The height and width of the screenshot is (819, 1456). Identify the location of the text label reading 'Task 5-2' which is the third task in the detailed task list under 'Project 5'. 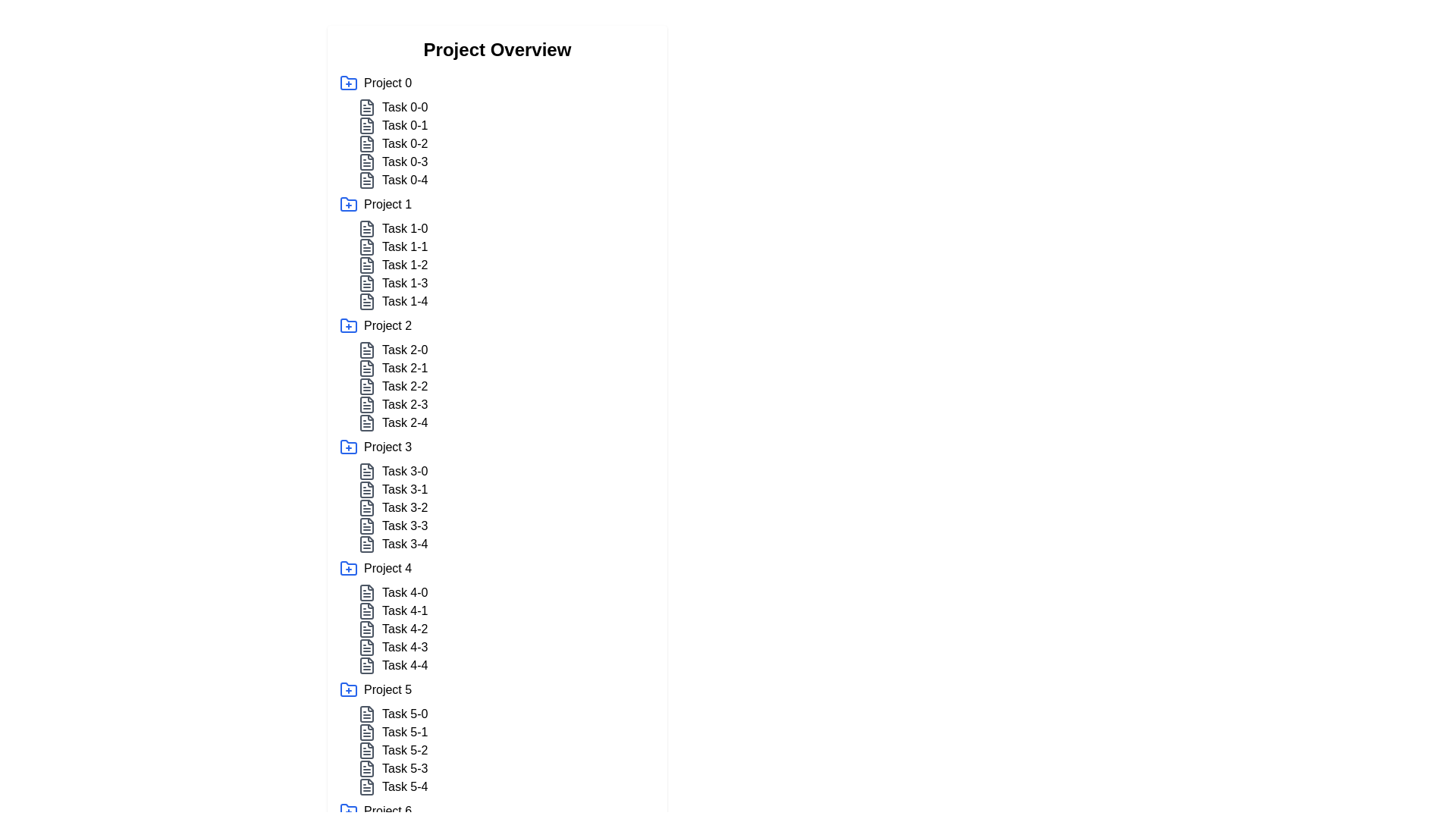
(405, 751).